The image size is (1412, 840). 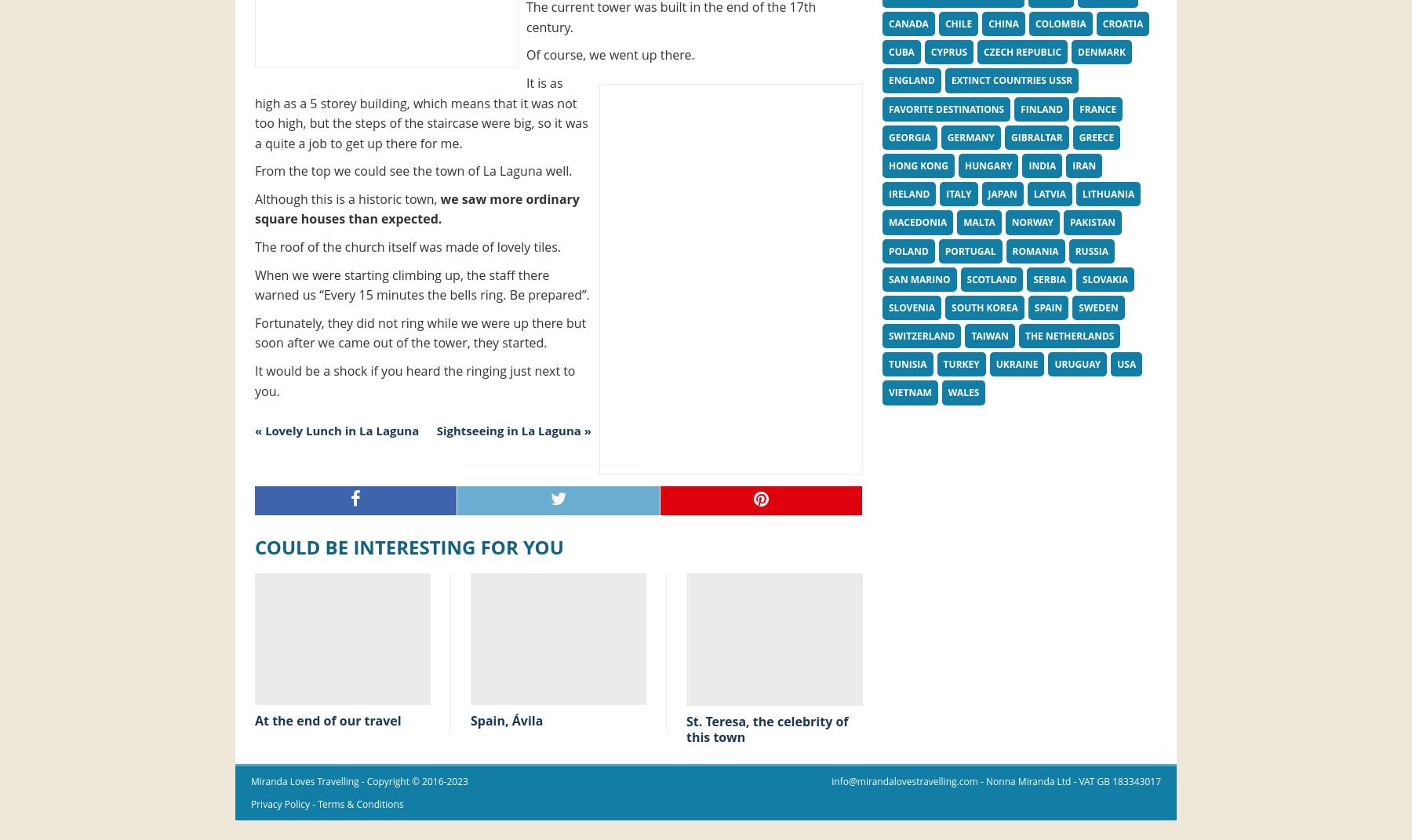 What do you see at coordinates (280, 804) in the screenshot?
I see `'Privacy Policy'` at bounding box center [280, 804].